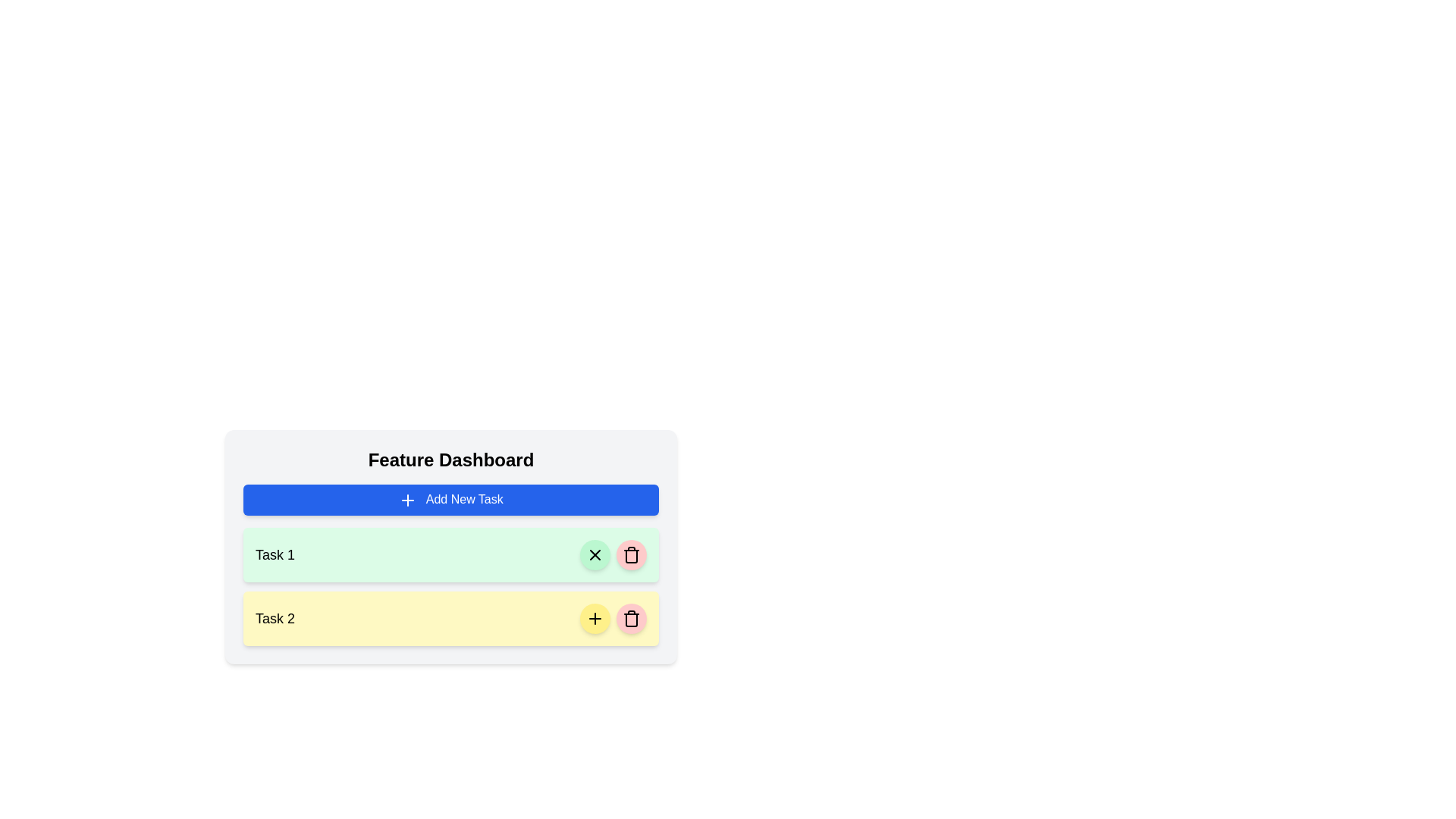  Describe the element at coordinates (632, 554) in the screenshot. I see `the trash can icon button, which is a circular icon with a hollow design surrounded by a red background, located to the right of the second task entry in the dashboard` at that location.